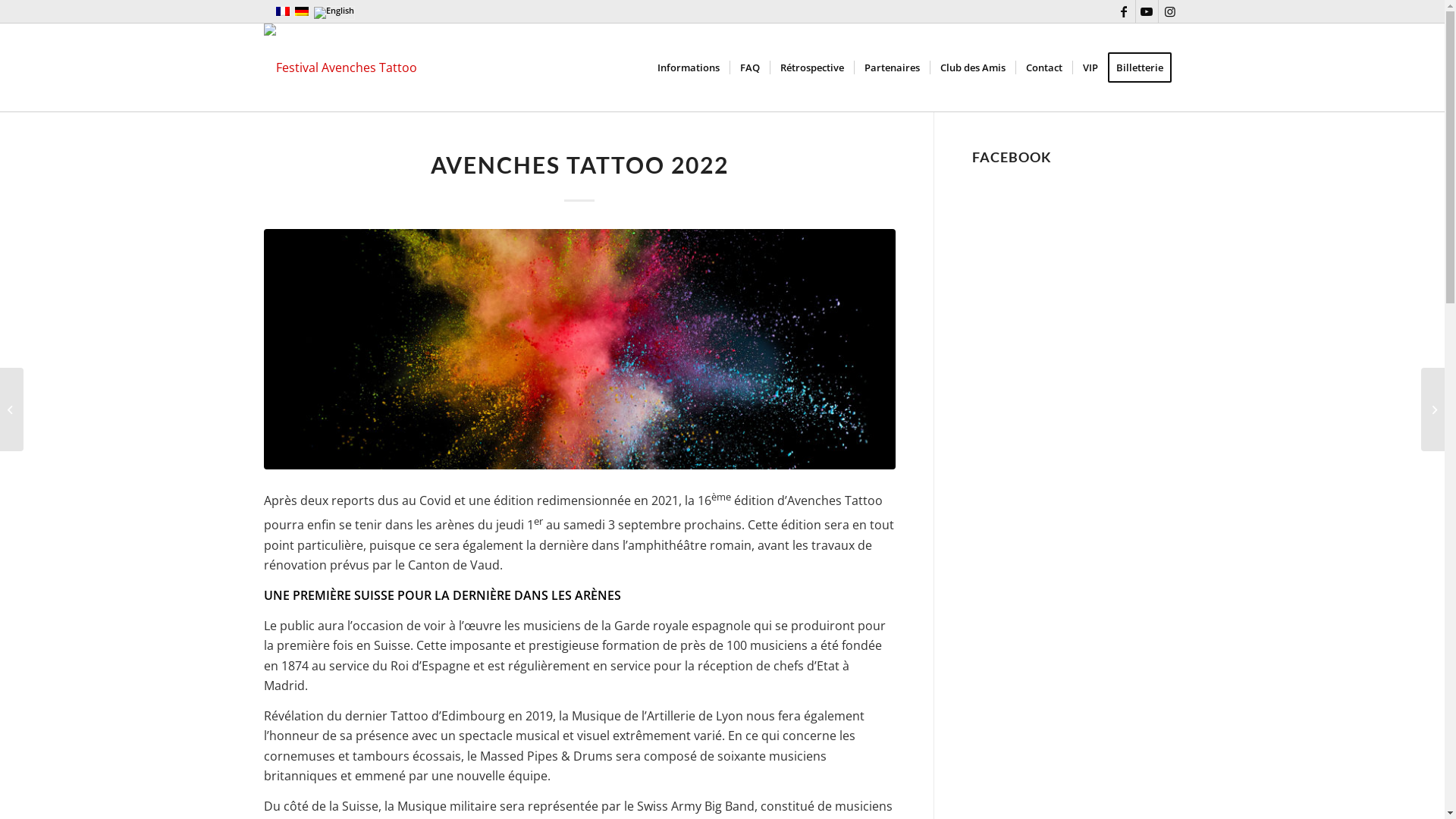 The height and width of the screenshot is (819, 1456). Describe the element at coordinates (1089, 66) in the screenshot. I see `'VIP'` at that location.